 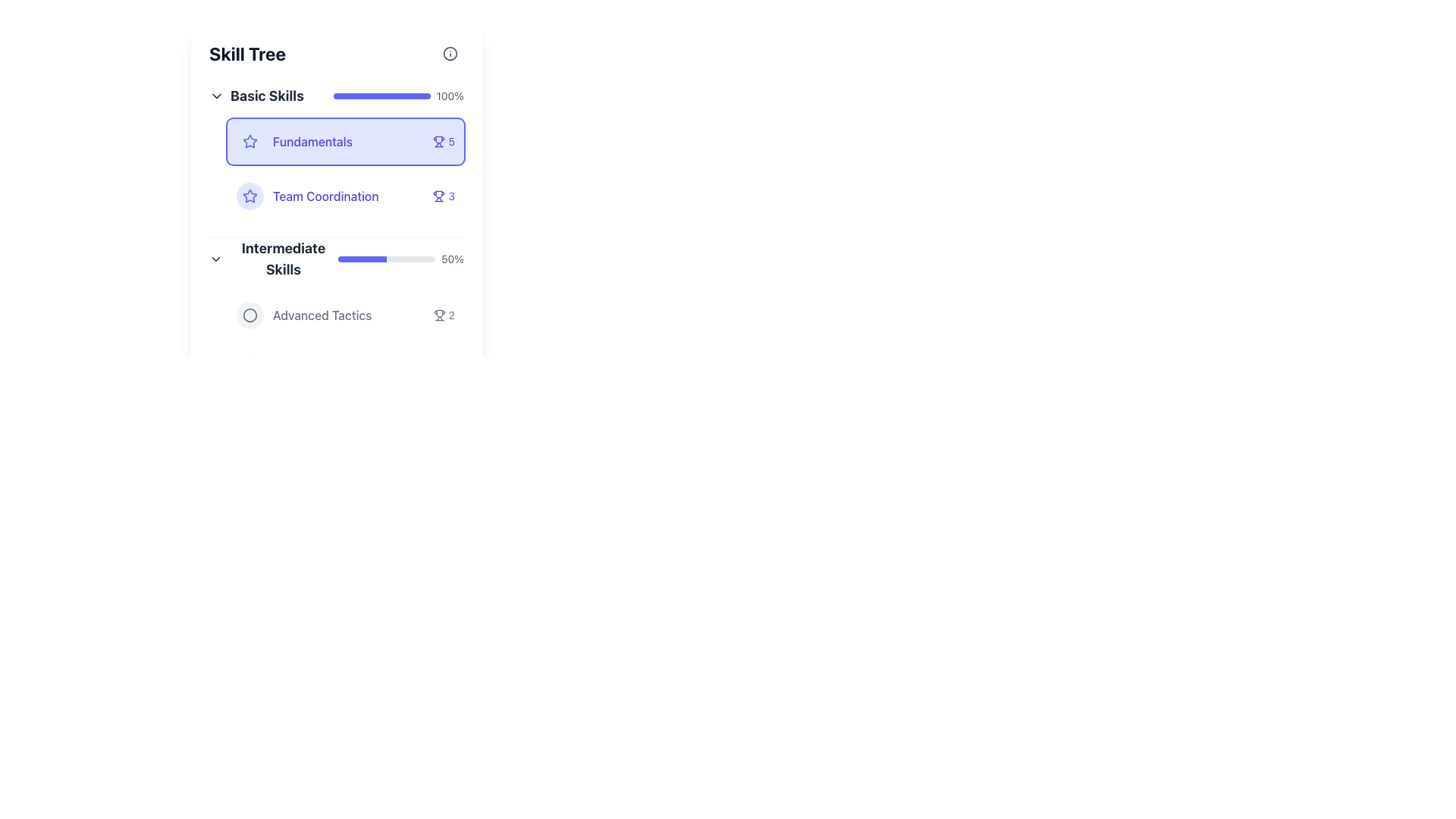 I want to click on the numerical value display next to the trophy icon in the 'Intermediate Skills' section labeled 'Advanced Tactics', so click(x=450, y=315).